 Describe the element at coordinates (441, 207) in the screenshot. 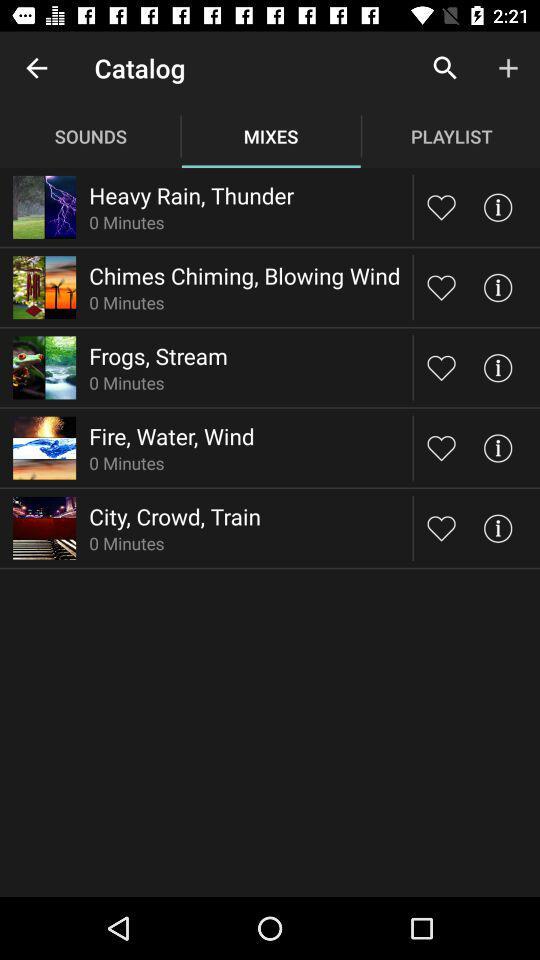

I see `this mix` at that location.